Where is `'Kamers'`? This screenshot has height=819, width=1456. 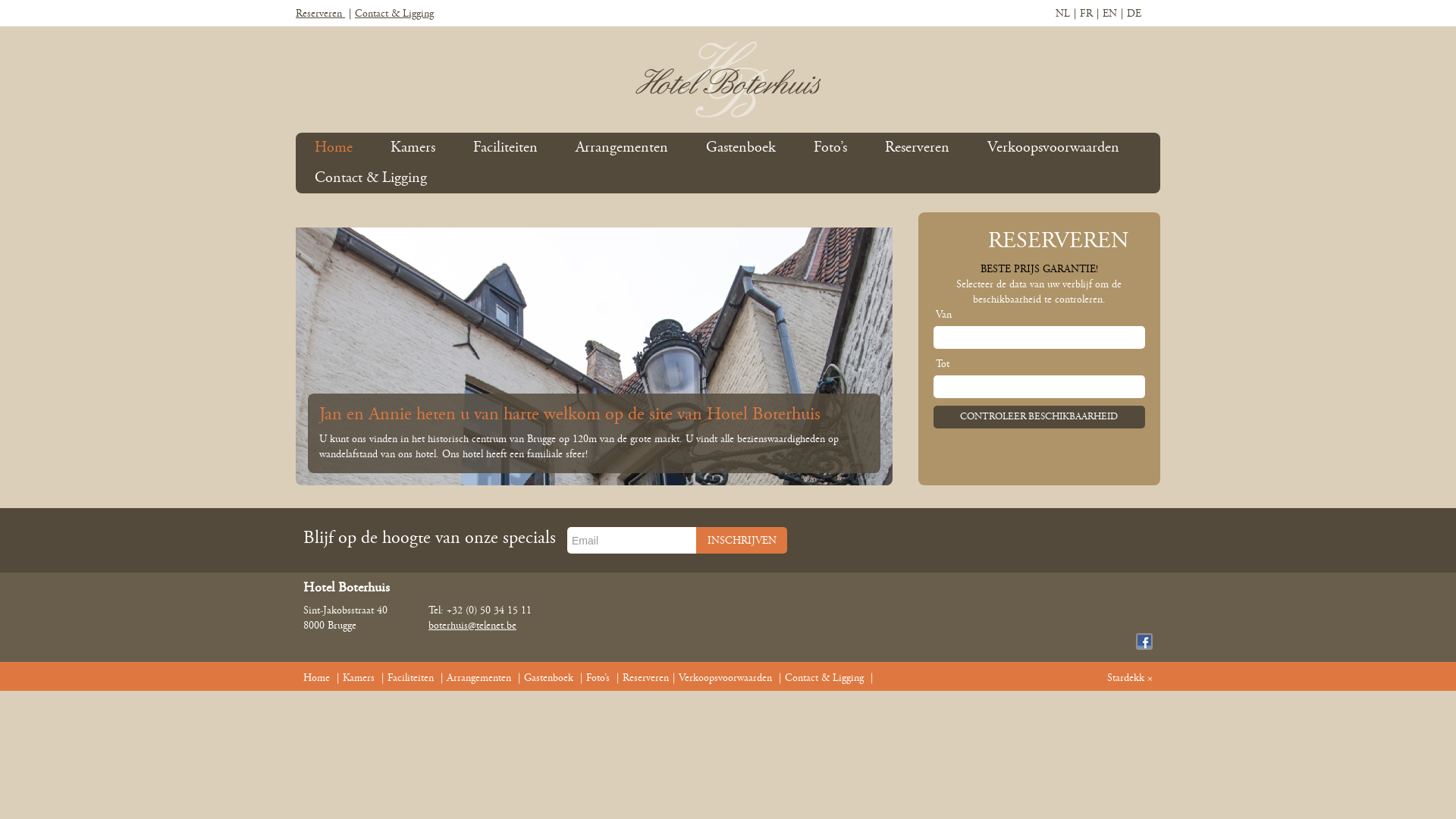
'Kamers' is located at coordinates (358, 677).